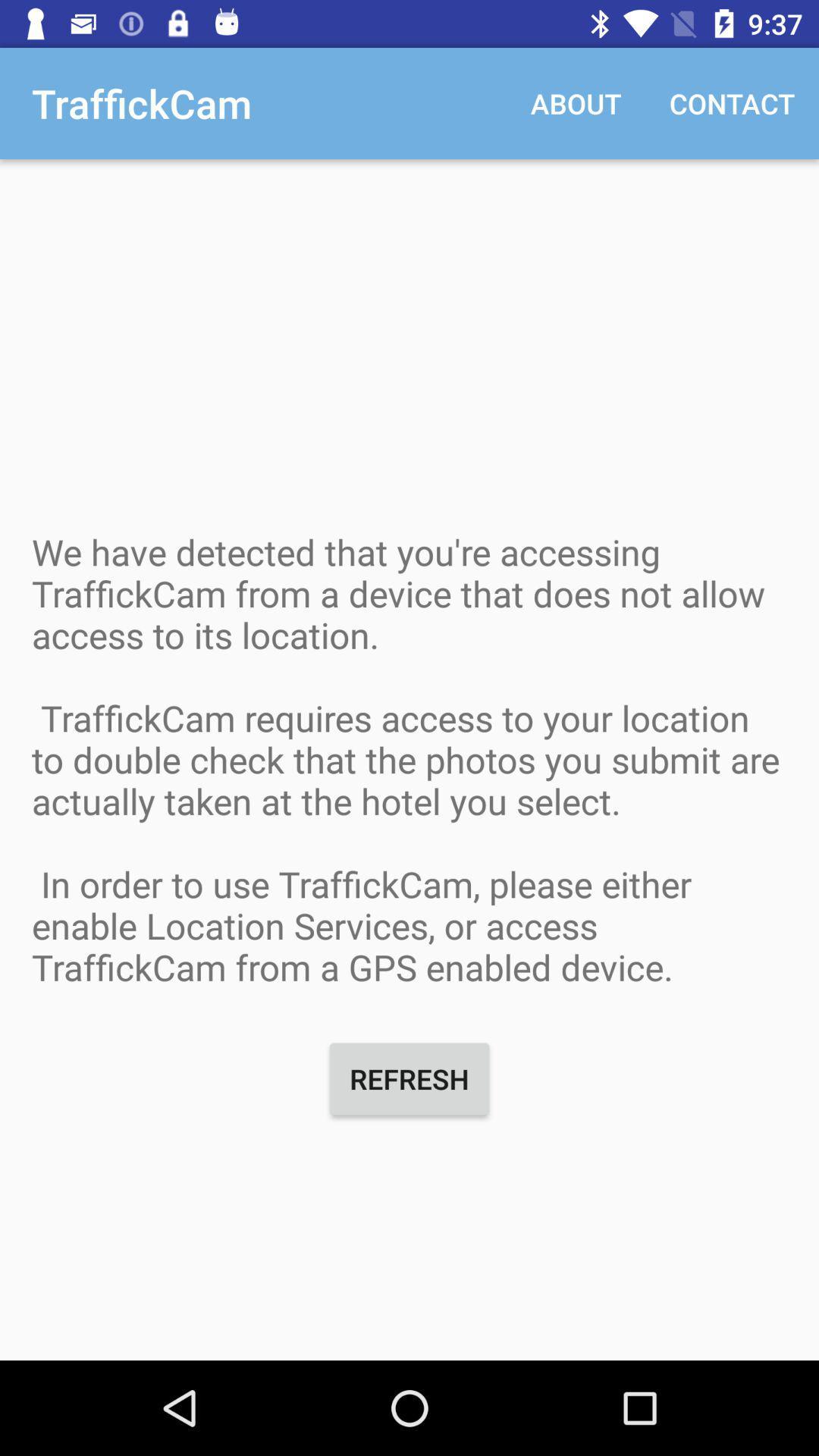 This screenshot has height=1456, width=819. I want to click on the contact icon, so click(731, 102).